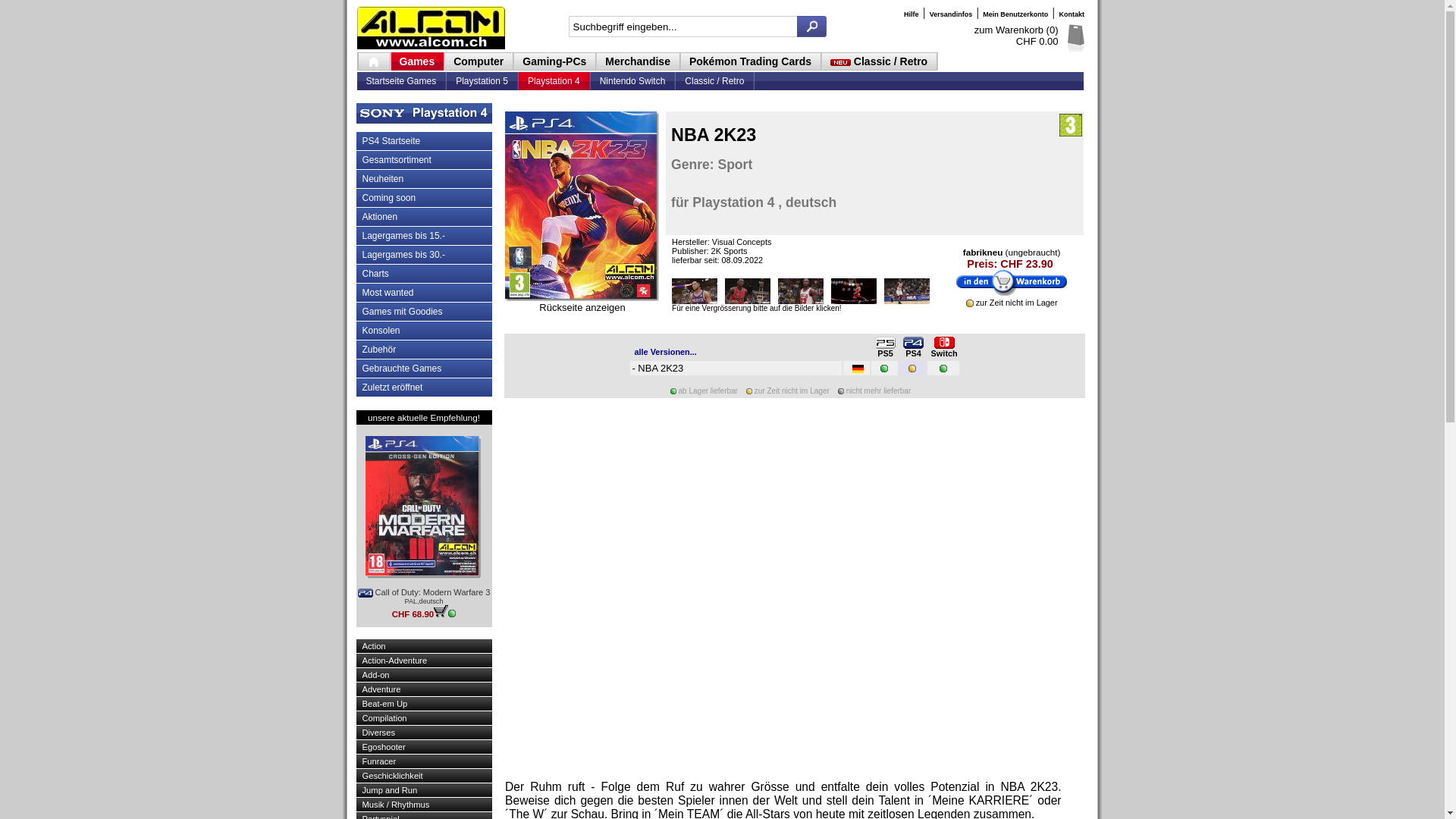 The image size is (1456, 819). What do you see at coordinates (356, 216) in the screenshot?
I see `'Aktionen'` at bounding box center [356, 216].